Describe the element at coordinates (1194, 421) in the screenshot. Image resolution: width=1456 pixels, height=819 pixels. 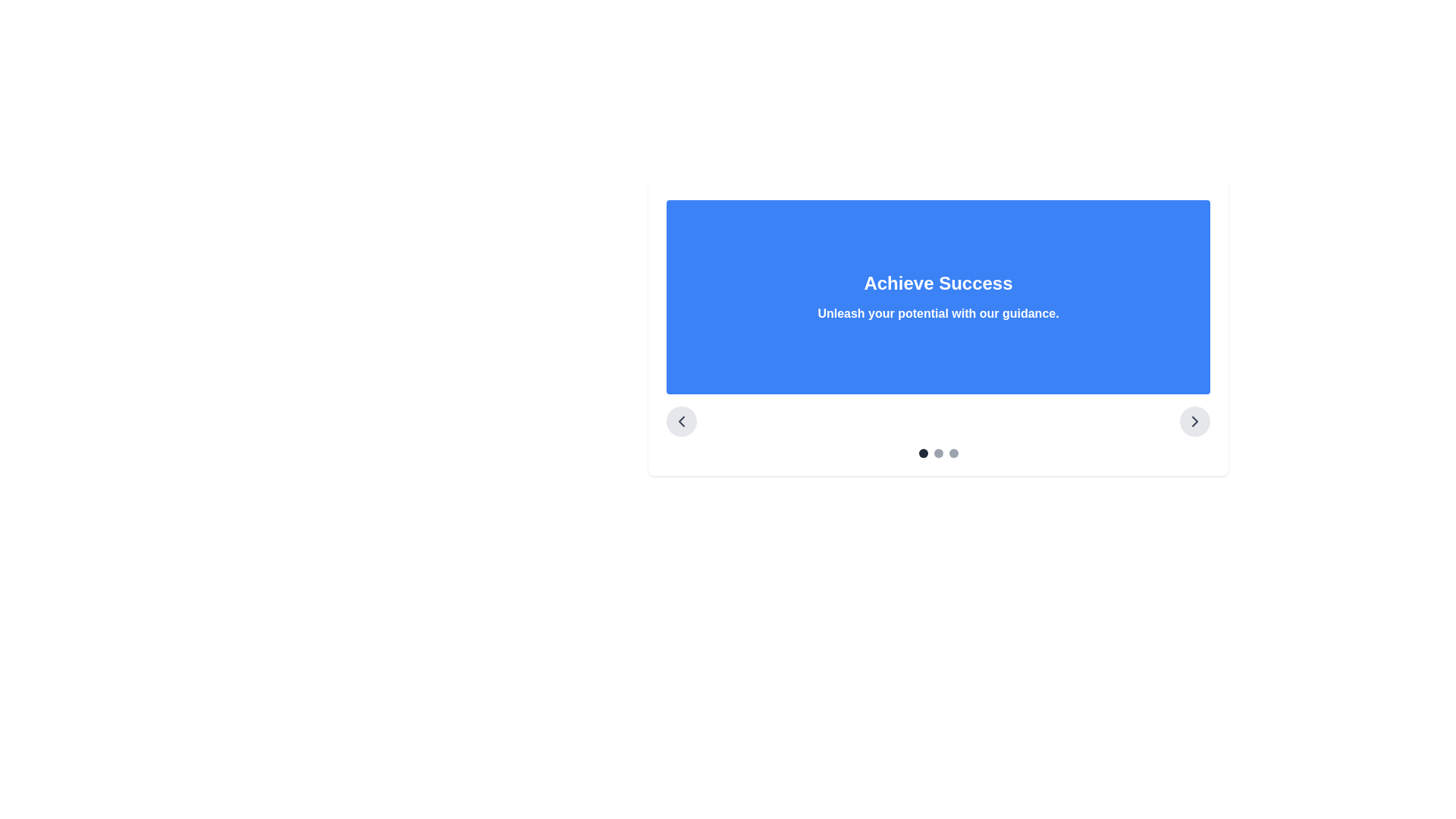
I see `the small right-pointing chevron icon, which is part of a circular button located at the bottom-right edge of the blue banner area, to trigger visual feedback` at that location.